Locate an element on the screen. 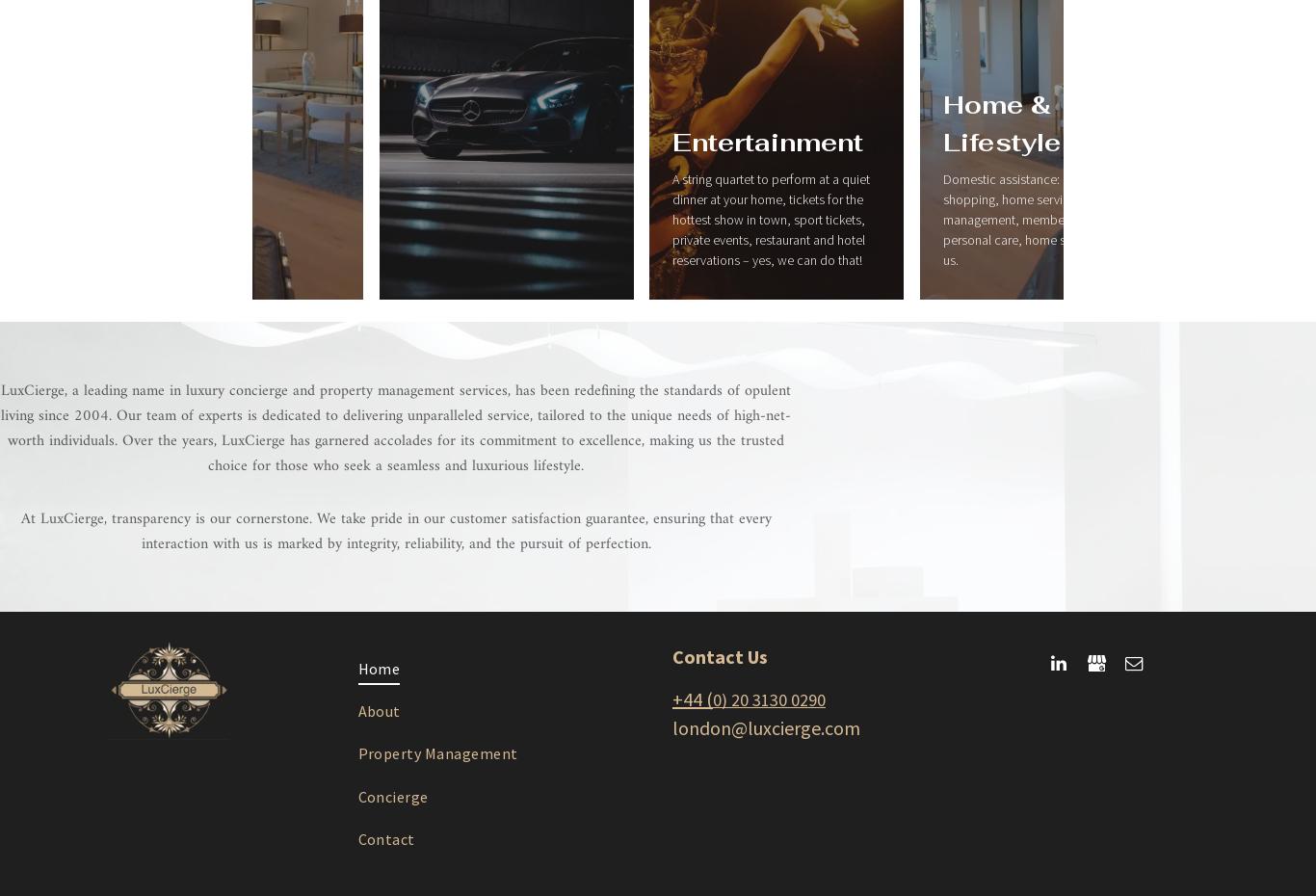 The height and width of the screenshot is (896, 1316). 'Concierge' is located at coordinates (391, 795).